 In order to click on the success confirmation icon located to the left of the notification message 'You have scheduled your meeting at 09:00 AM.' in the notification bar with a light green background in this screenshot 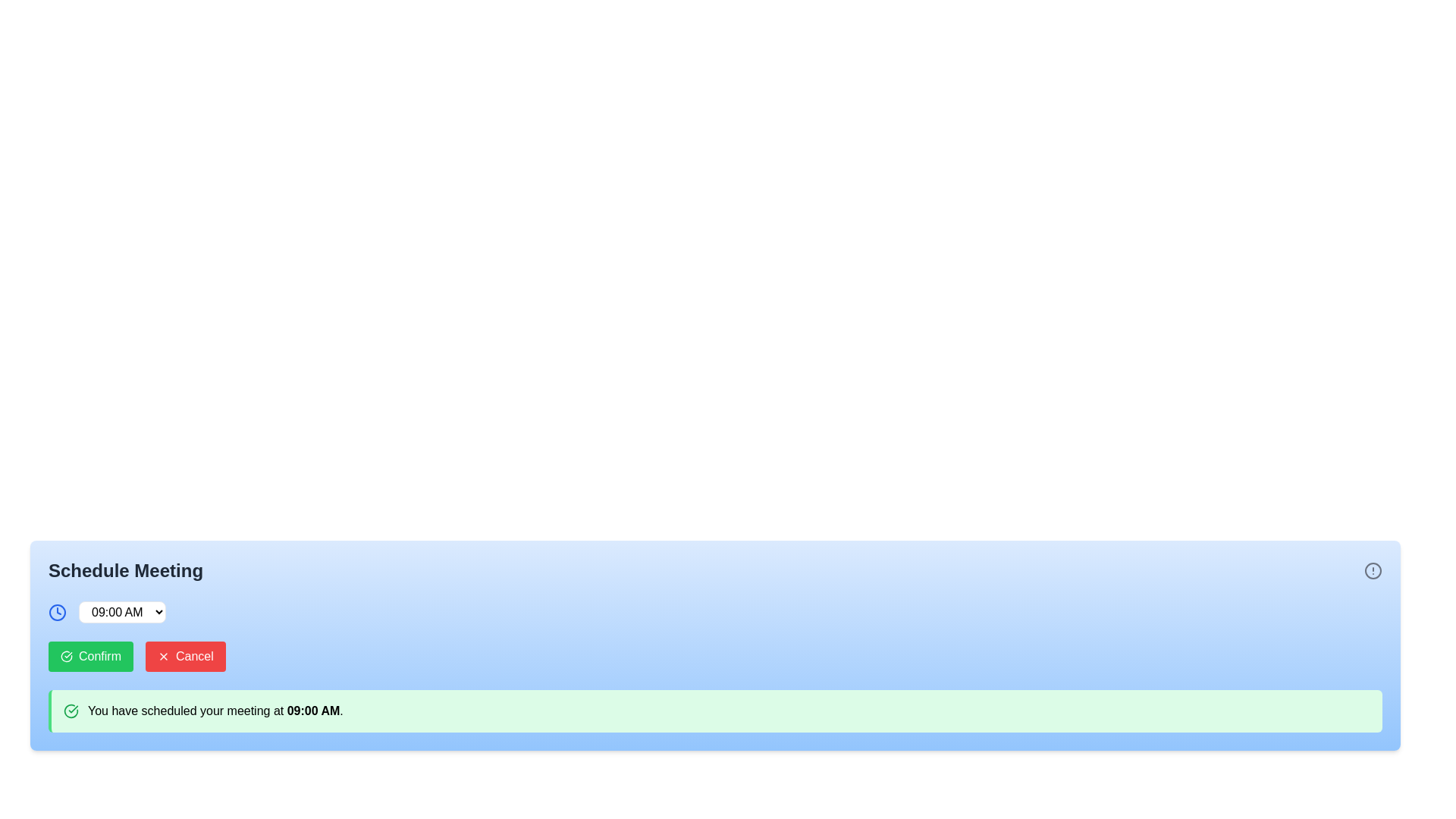, I will do `click(71, 711)`.